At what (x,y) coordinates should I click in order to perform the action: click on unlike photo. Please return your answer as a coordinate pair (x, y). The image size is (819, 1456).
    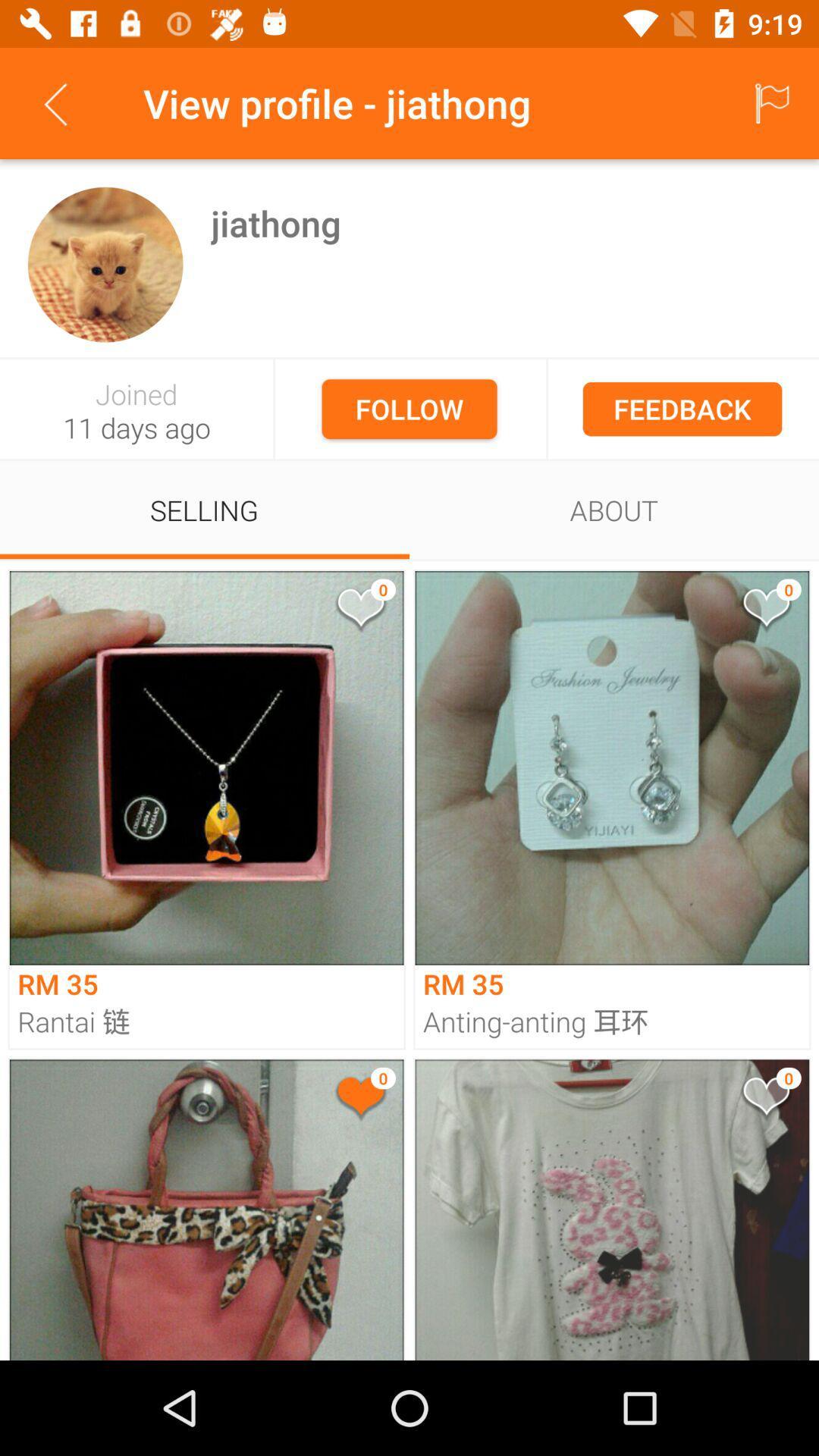
    Looking at the image, I should click on (359, 1099).